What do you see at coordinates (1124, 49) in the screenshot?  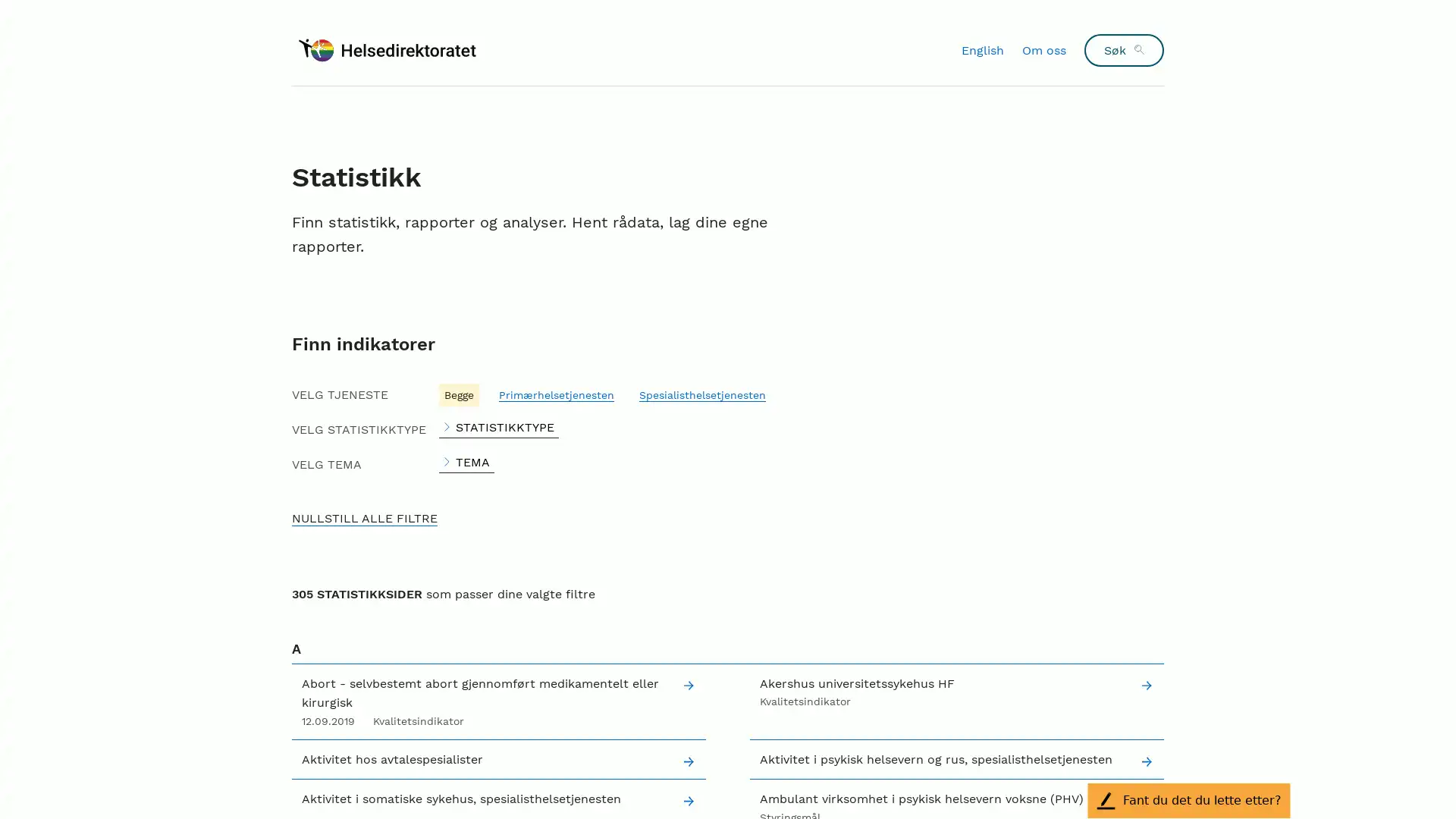 I see `Sk` at bounding box center [1124, 49].